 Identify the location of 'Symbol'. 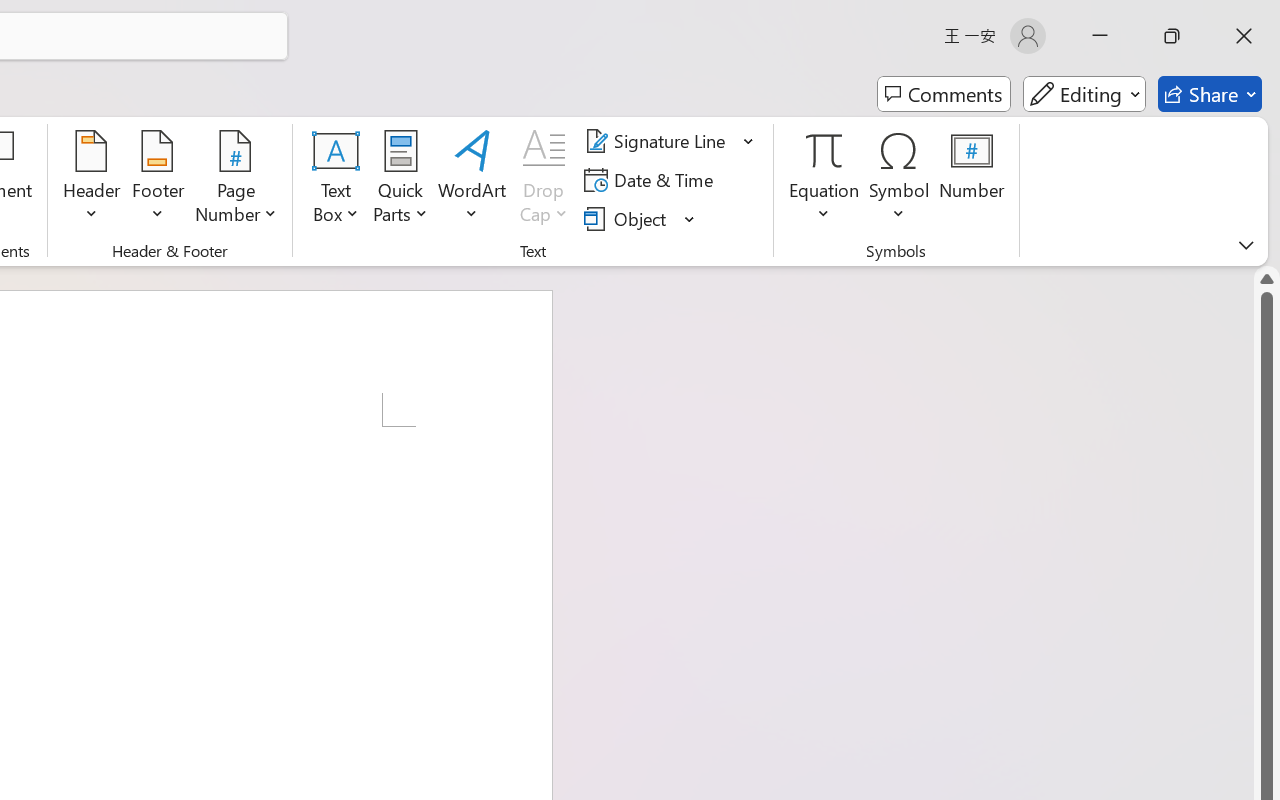
(898, 179).